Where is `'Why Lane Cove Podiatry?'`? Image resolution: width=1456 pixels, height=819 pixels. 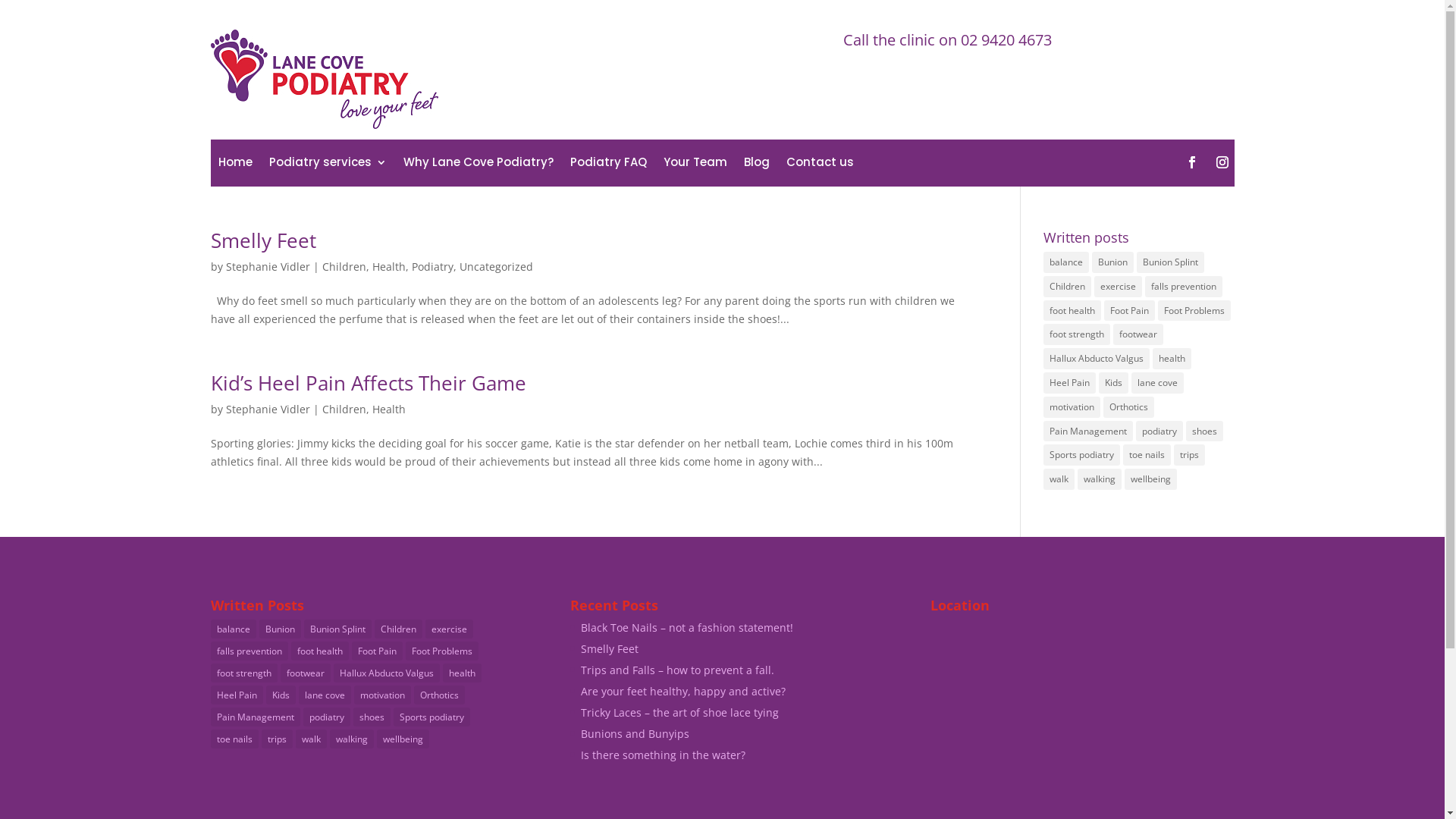 'Why Lane Cove Podiatry?' is located at coordinates (403, 165).